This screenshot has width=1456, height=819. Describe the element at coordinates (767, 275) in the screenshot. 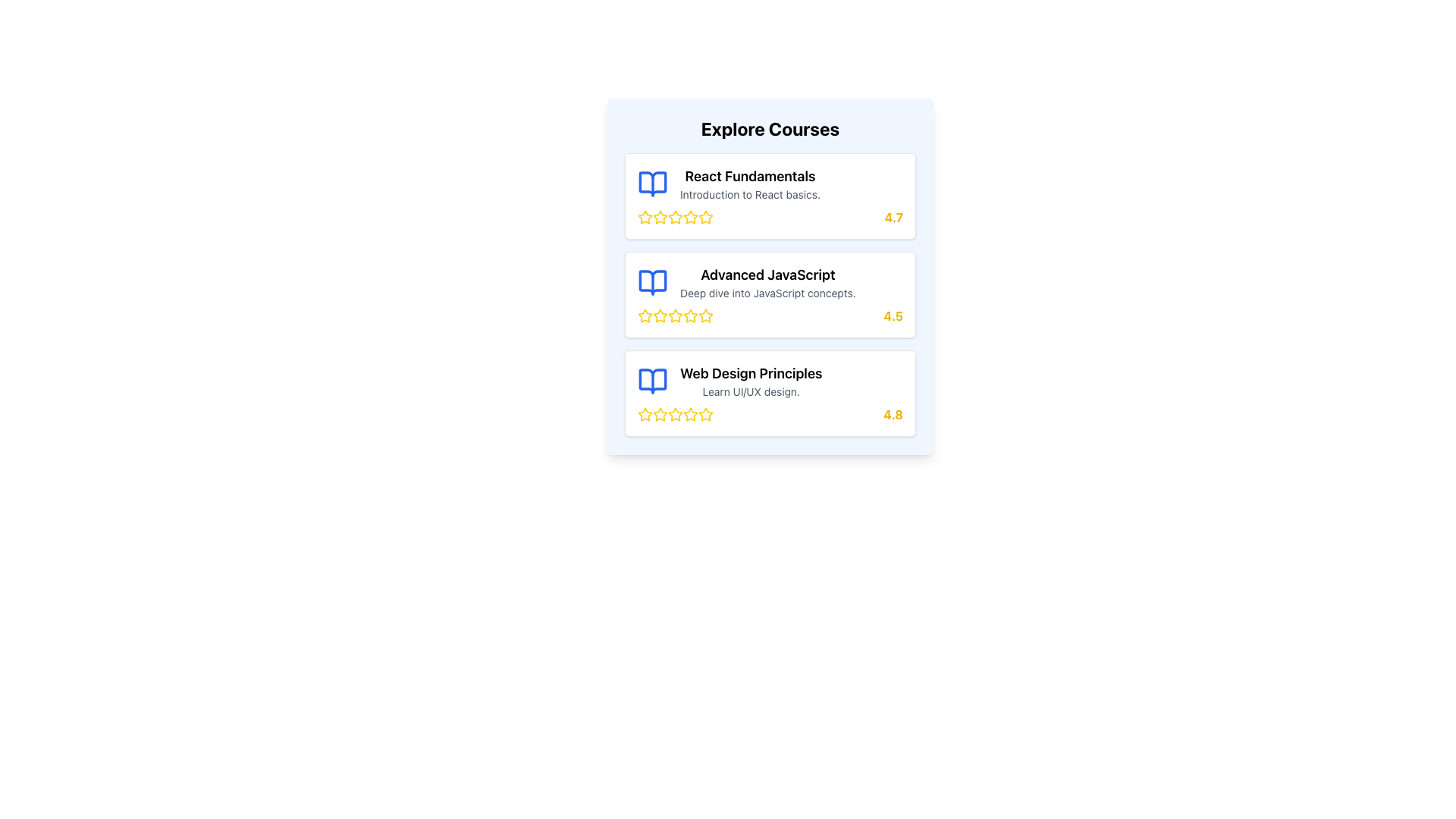

I see `the title text of the second course item, which serves as the primary topic for the course, located between 'React Fundamentals' and 'Web Design Principles'` at that location.